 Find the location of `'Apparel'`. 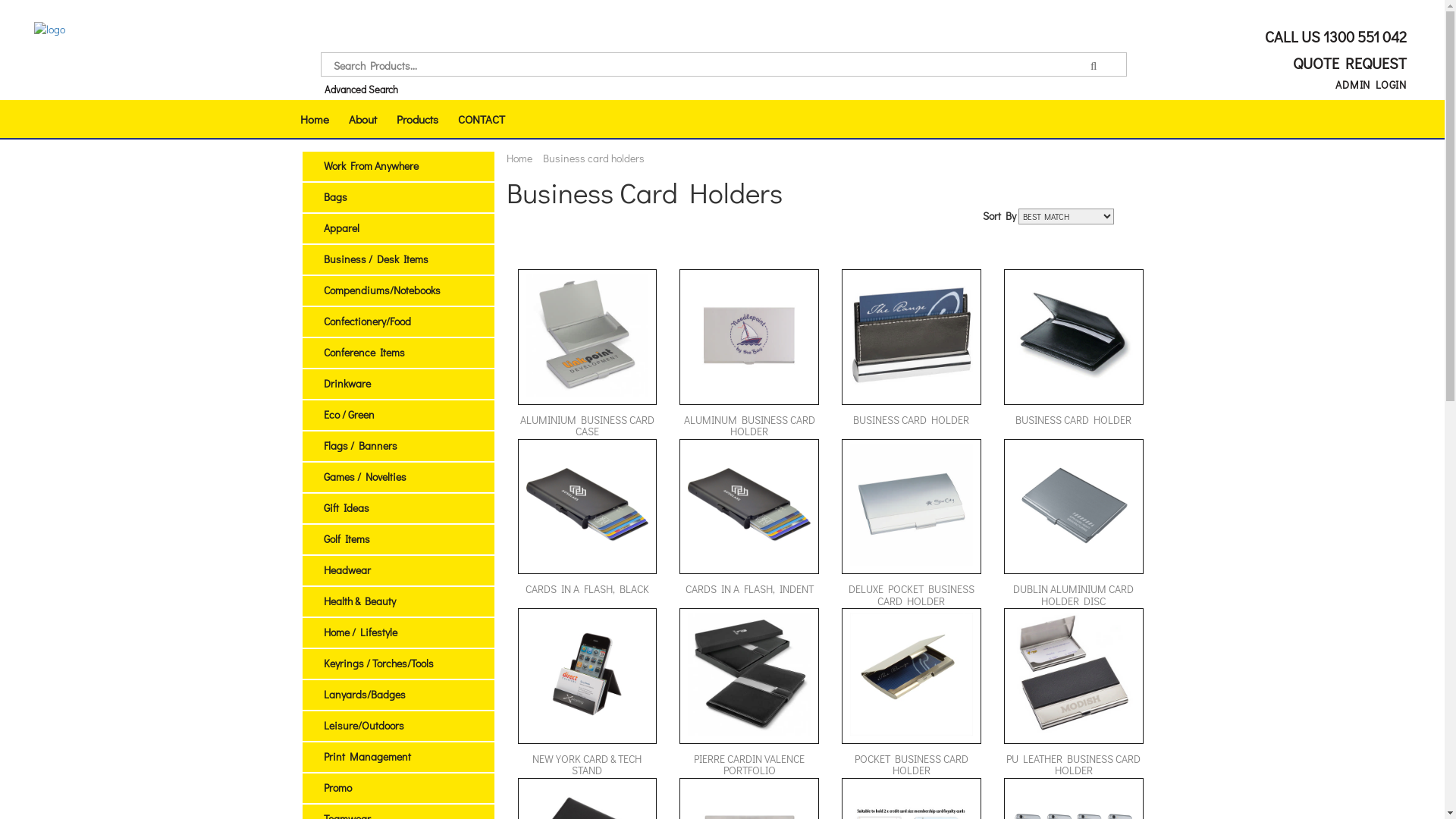

'Apparel' is located at coordinates (340, 227).